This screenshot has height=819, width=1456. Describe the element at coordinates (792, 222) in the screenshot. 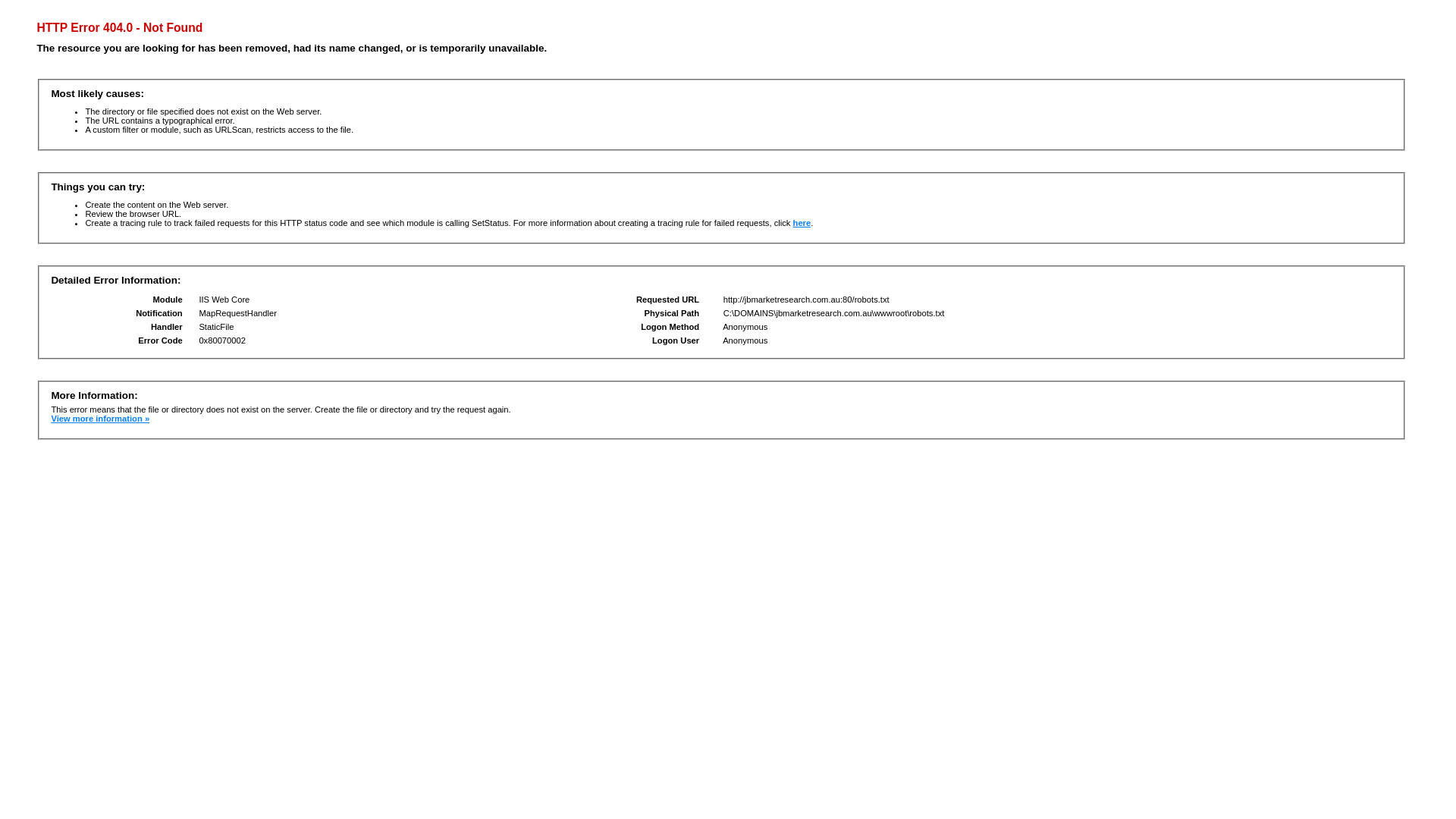

I see `'here'` at that location.